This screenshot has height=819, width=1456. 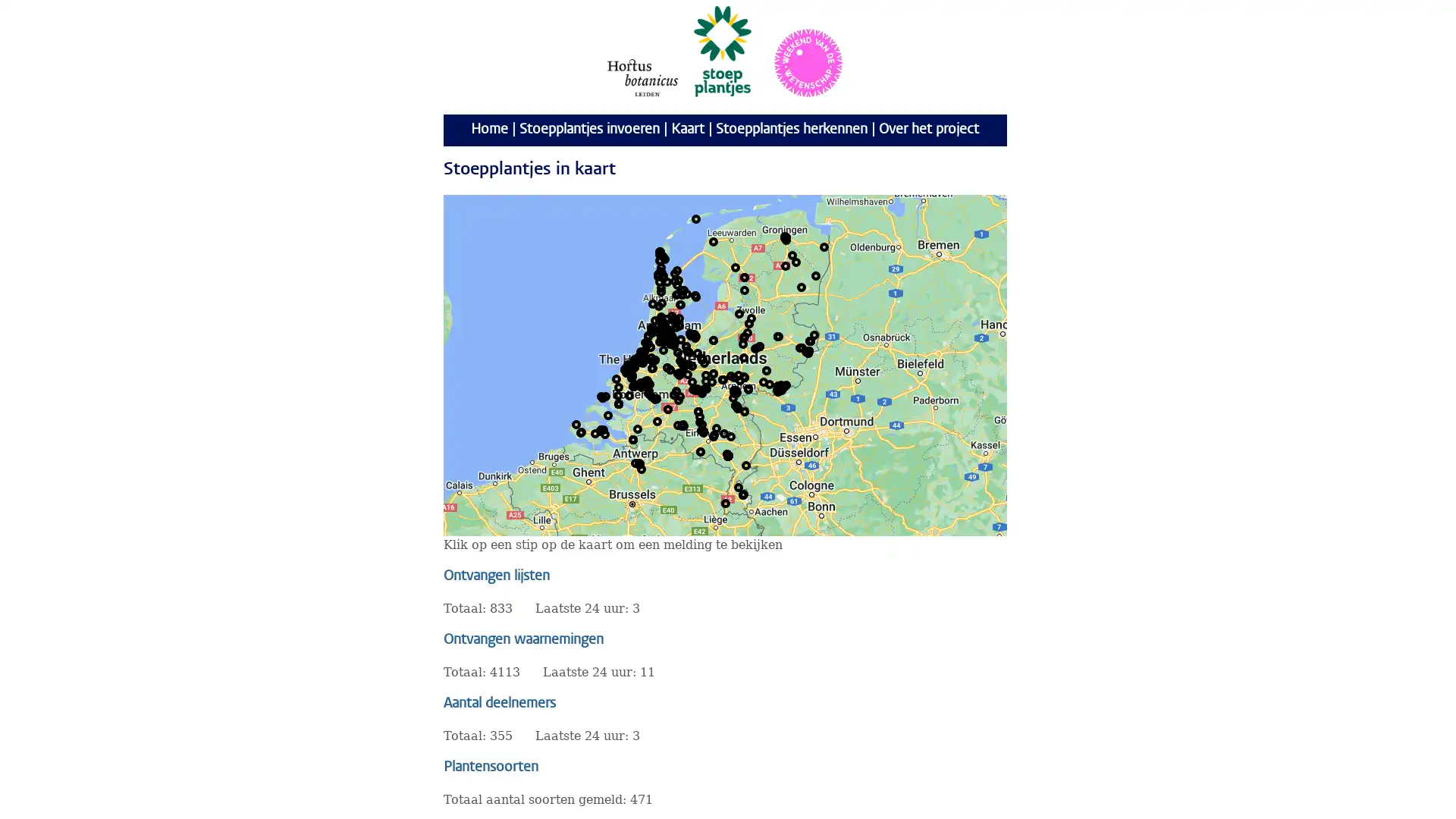 I want to click on Telling van op 17 oktober 2021, so click(x=625, y=369).